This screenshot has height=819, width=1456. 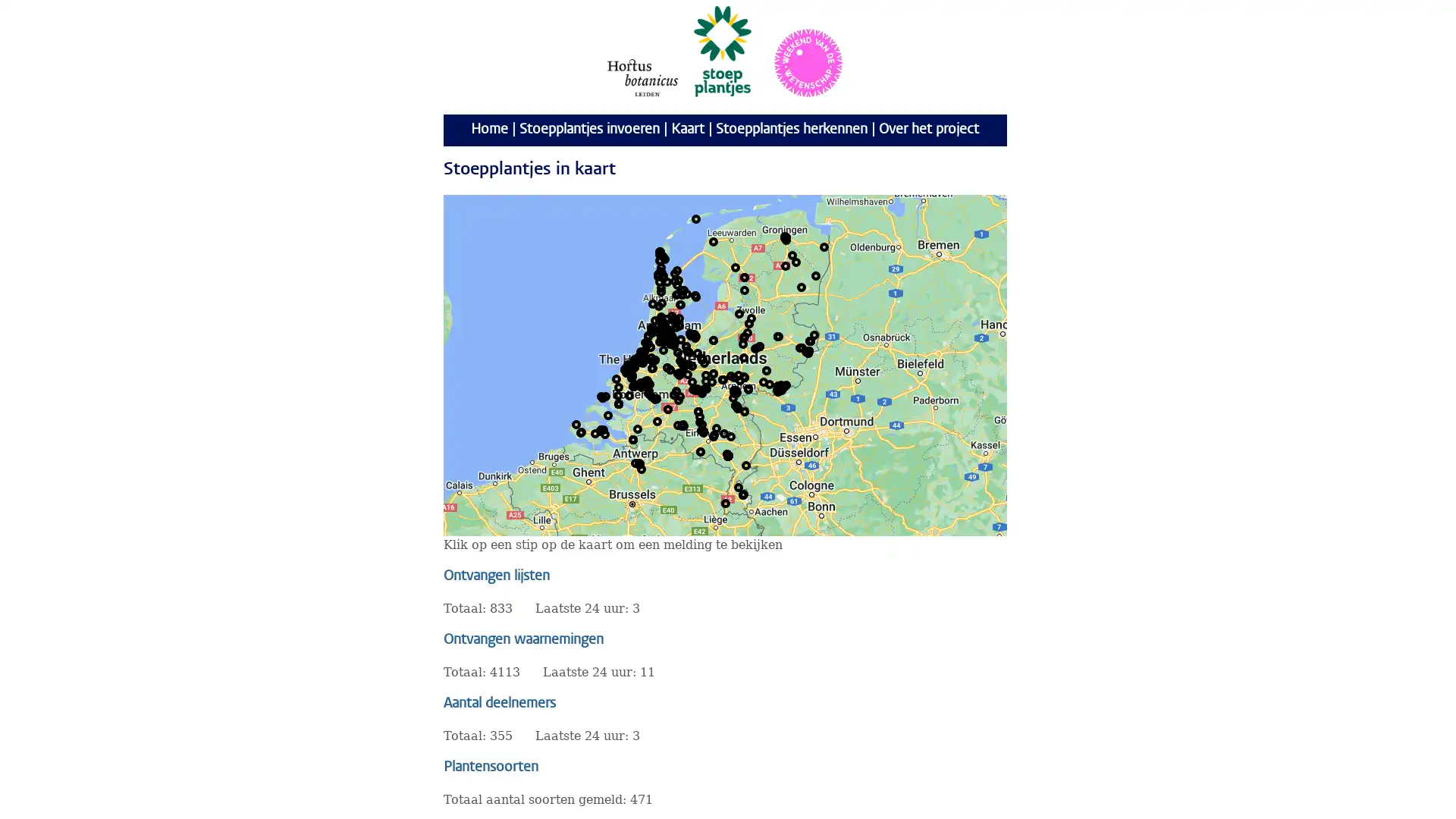 I want to click on Telling van op 17 oktober 2021, so click(x=625, y=369).